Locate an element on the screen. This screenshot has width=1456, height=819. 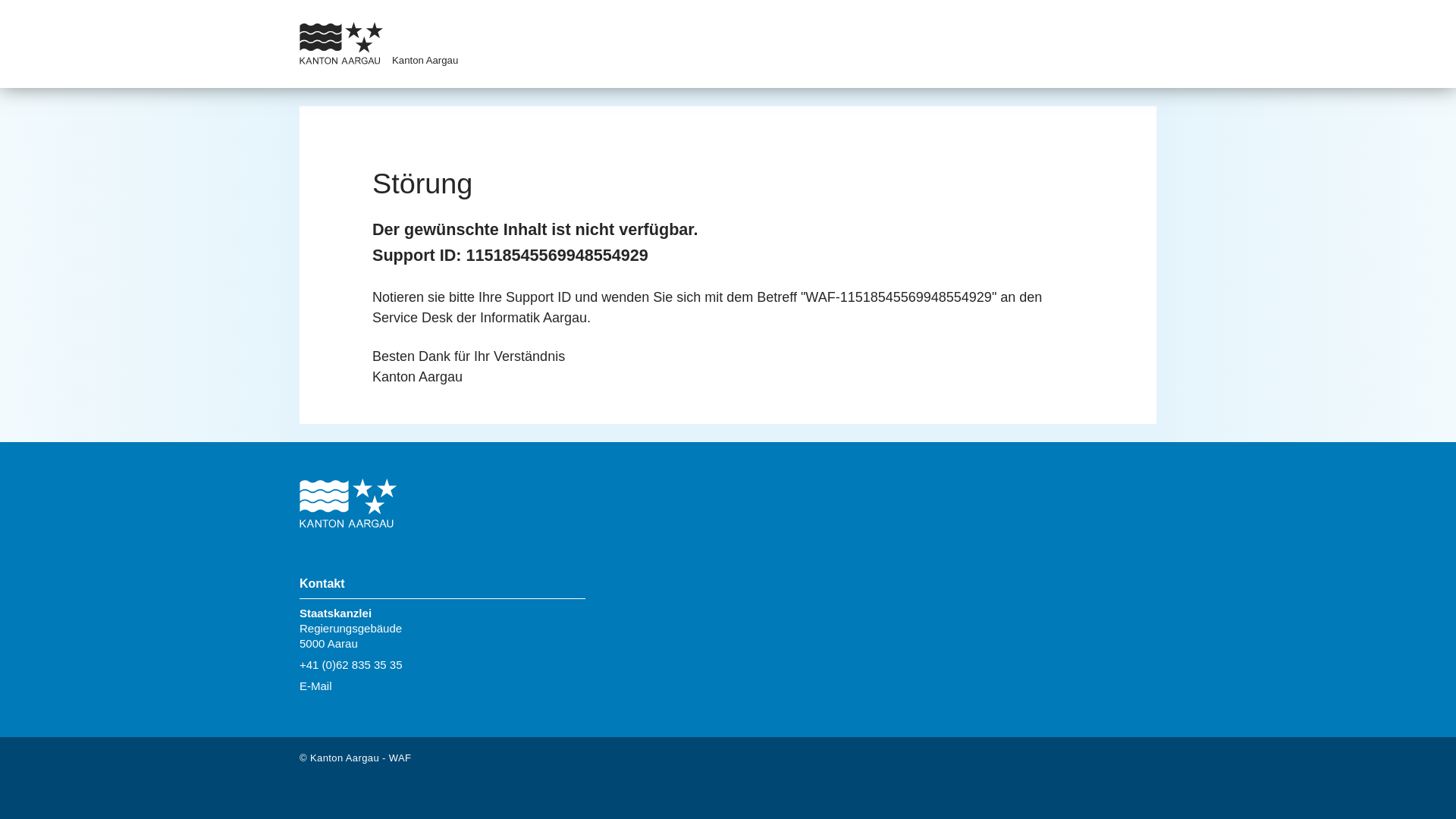
'E-Mail' is located at coordinates (315, 686).